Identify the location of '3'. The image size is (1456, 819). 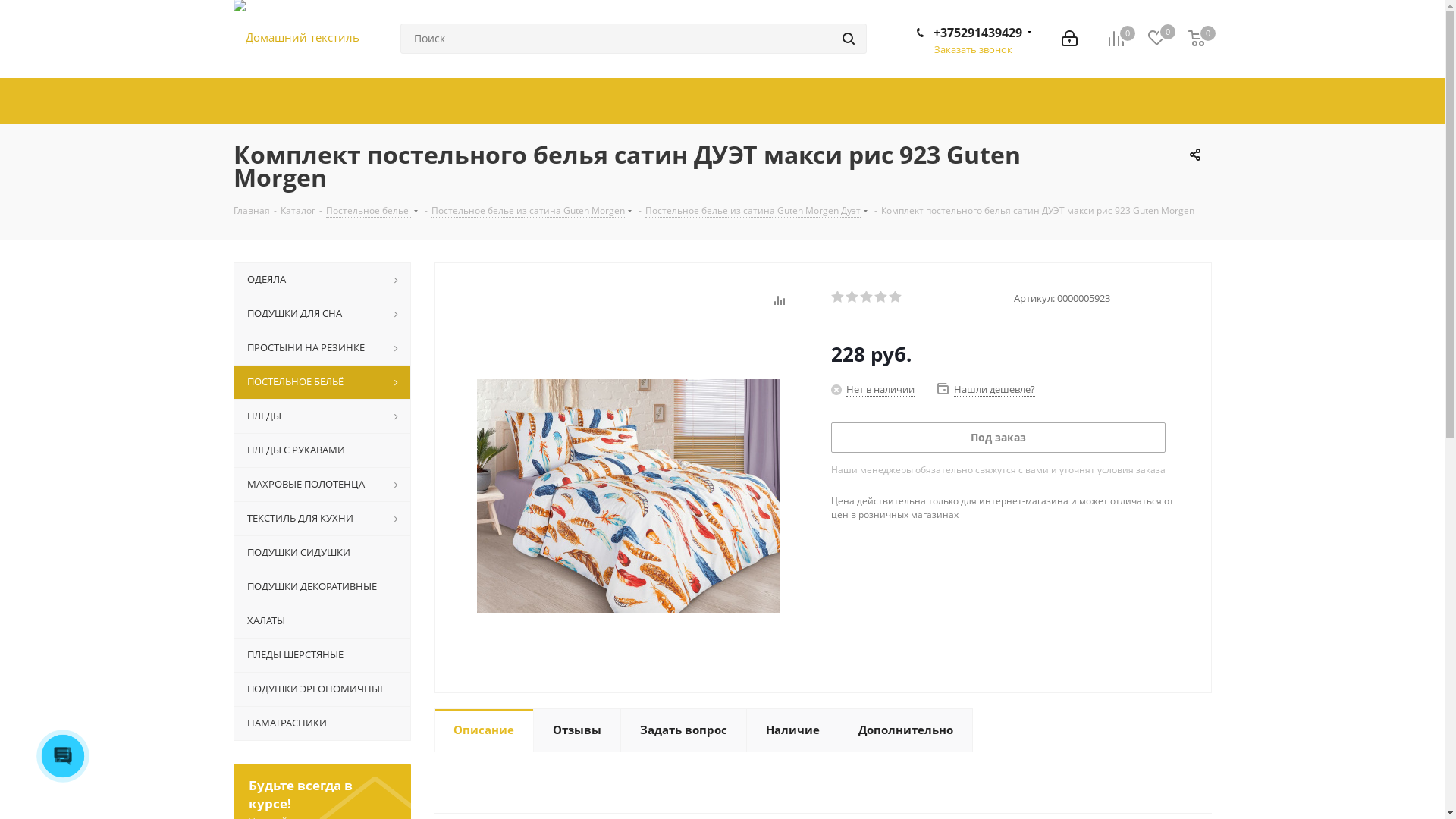
(867, 297).